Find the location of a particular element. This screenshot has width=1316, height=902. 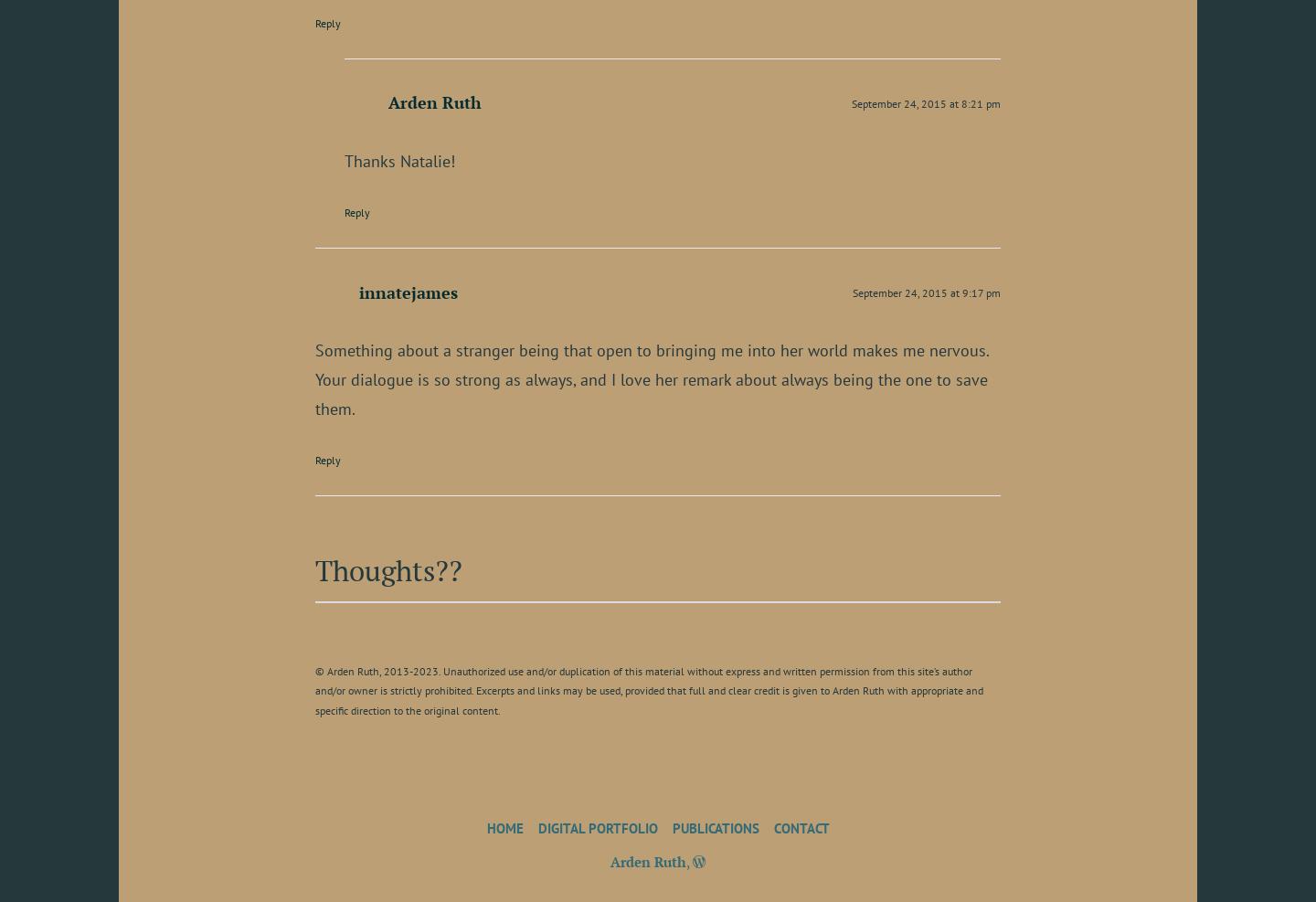

'Something about a stranger being that open to bringing me into her world makes me nervous. Your dialogue is so strong as always, and I love her remark about always being the one to save them.' is located at coordinates (652, 378).